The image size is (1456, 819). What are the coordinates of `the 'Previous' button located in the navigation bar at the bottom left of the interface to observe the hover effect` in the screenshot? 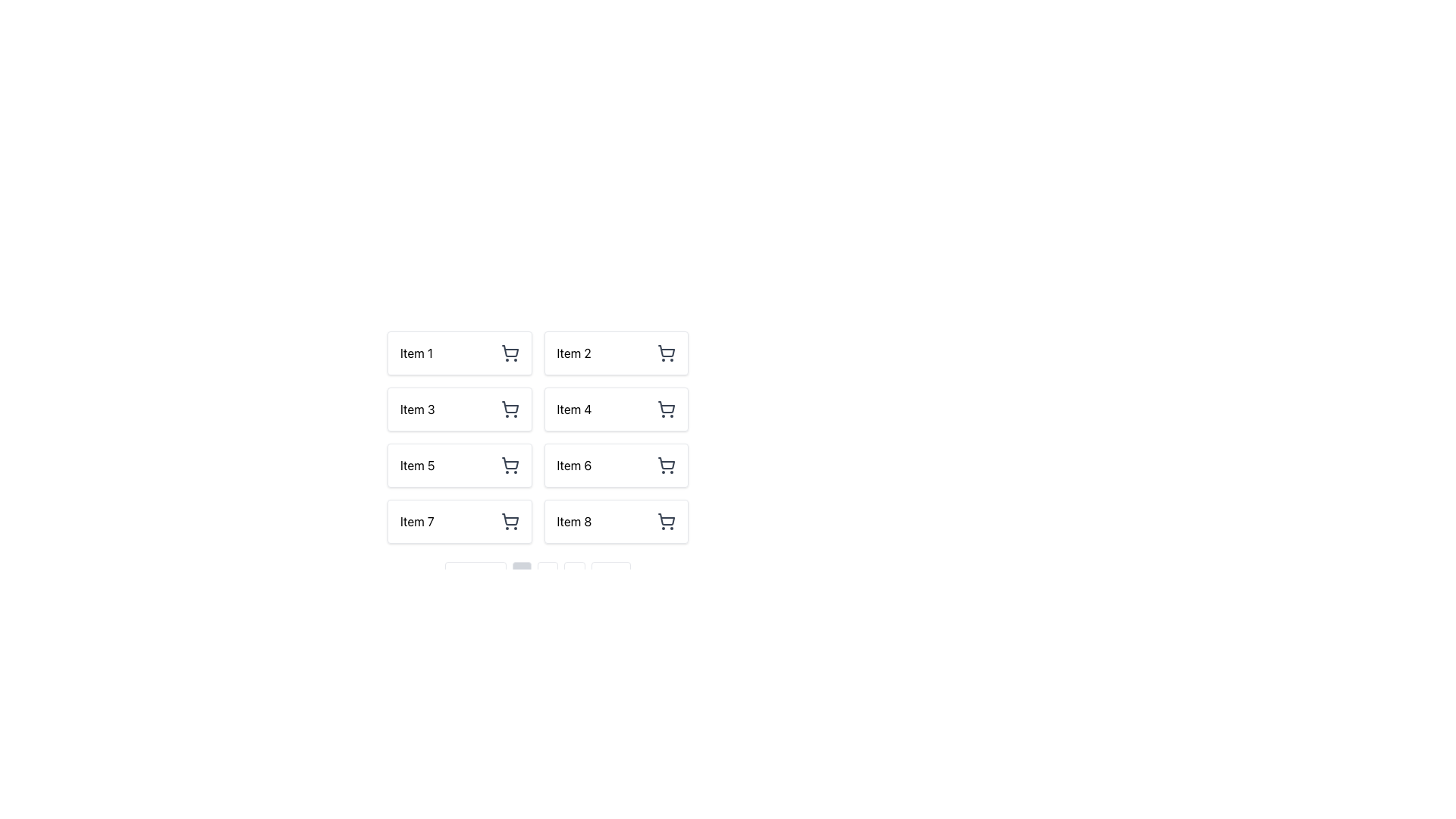 It's located at (475, 578).